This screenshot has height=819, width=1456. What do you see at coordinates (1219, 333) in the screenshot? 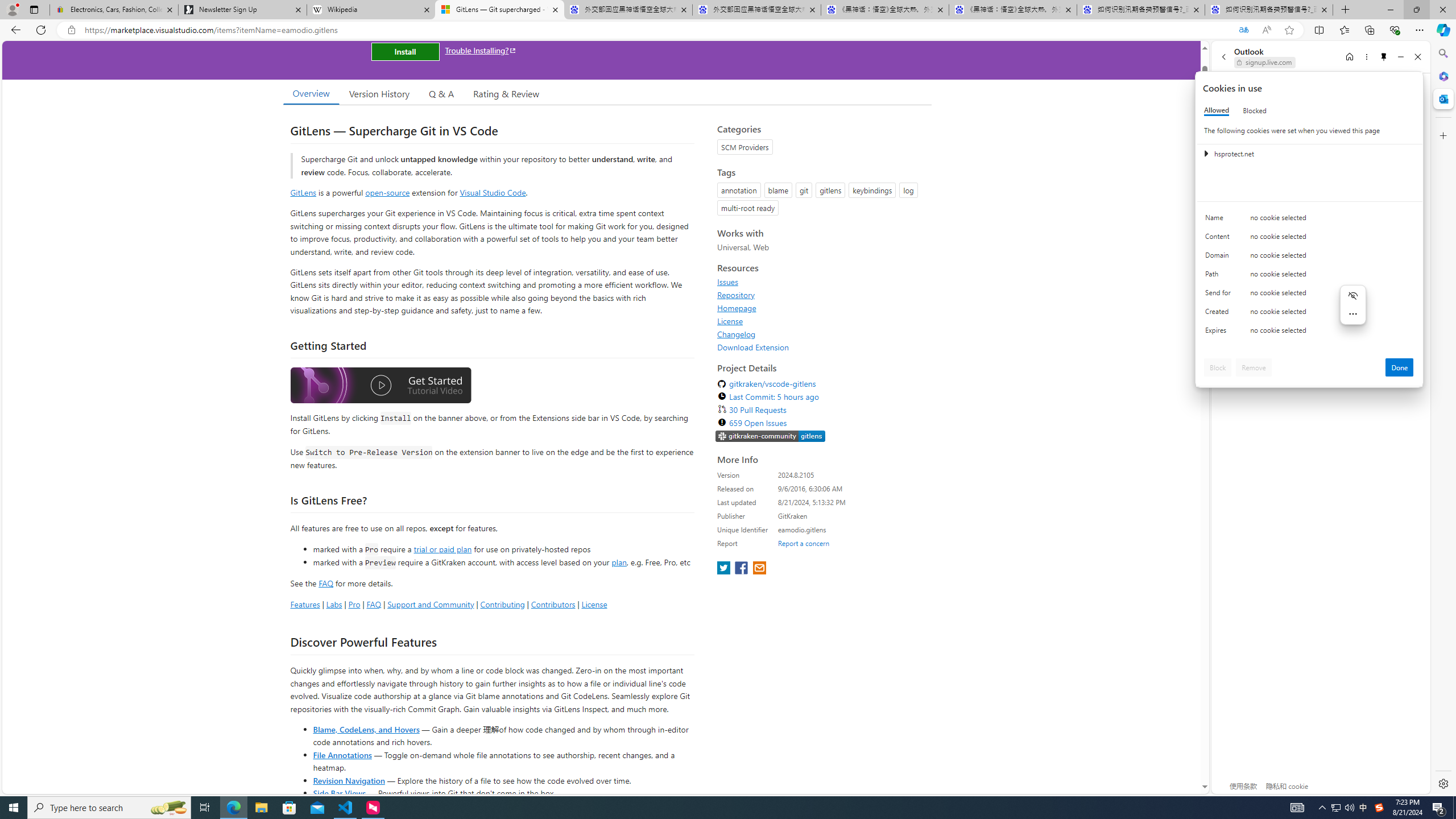
I see `'Expires'` at bounding box center [1219, 333].